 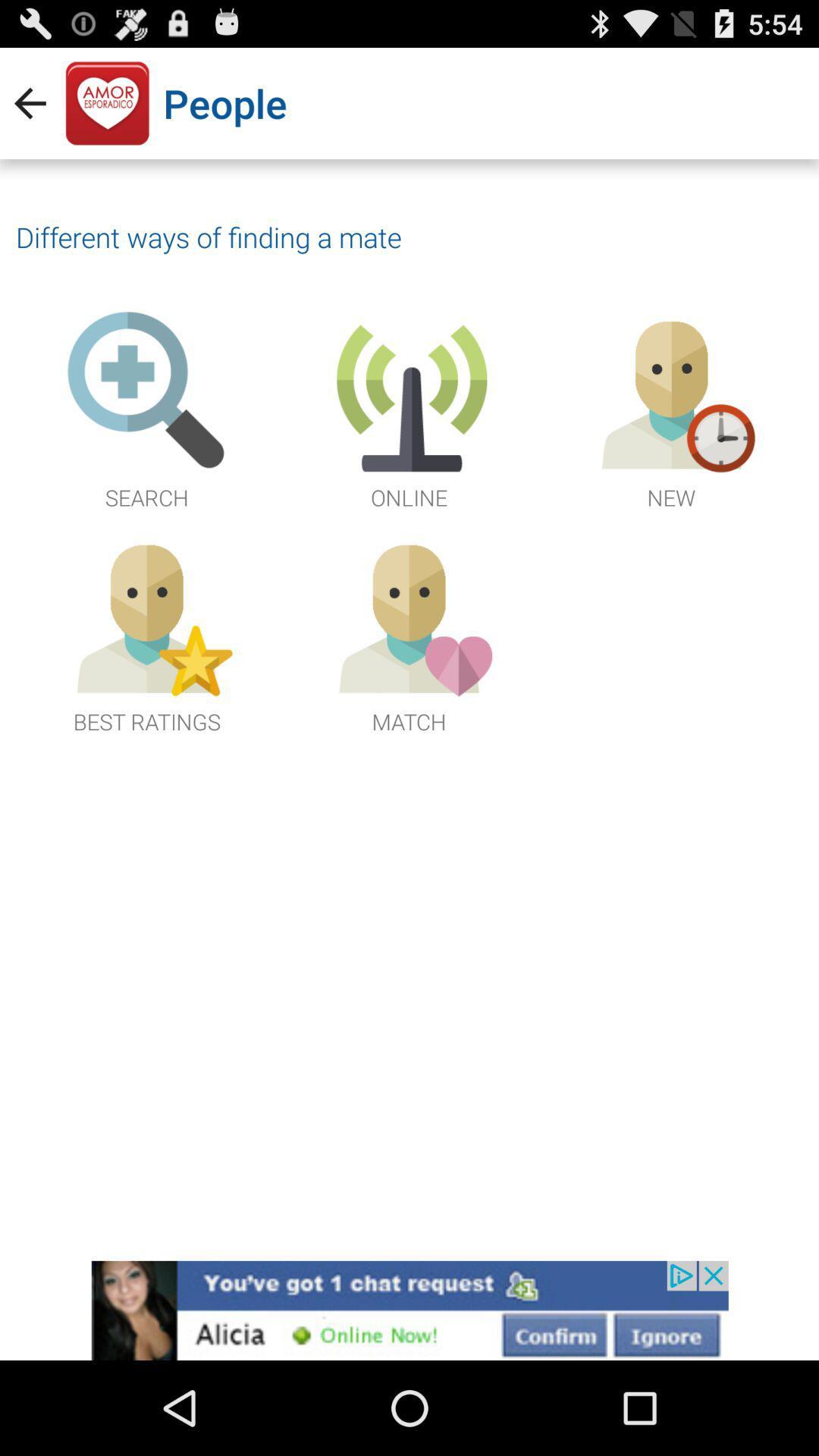 What do you see at coordinates (409, 634) in the screenshot?
I see `the second image in the second row` at bounding box center [409, 634].